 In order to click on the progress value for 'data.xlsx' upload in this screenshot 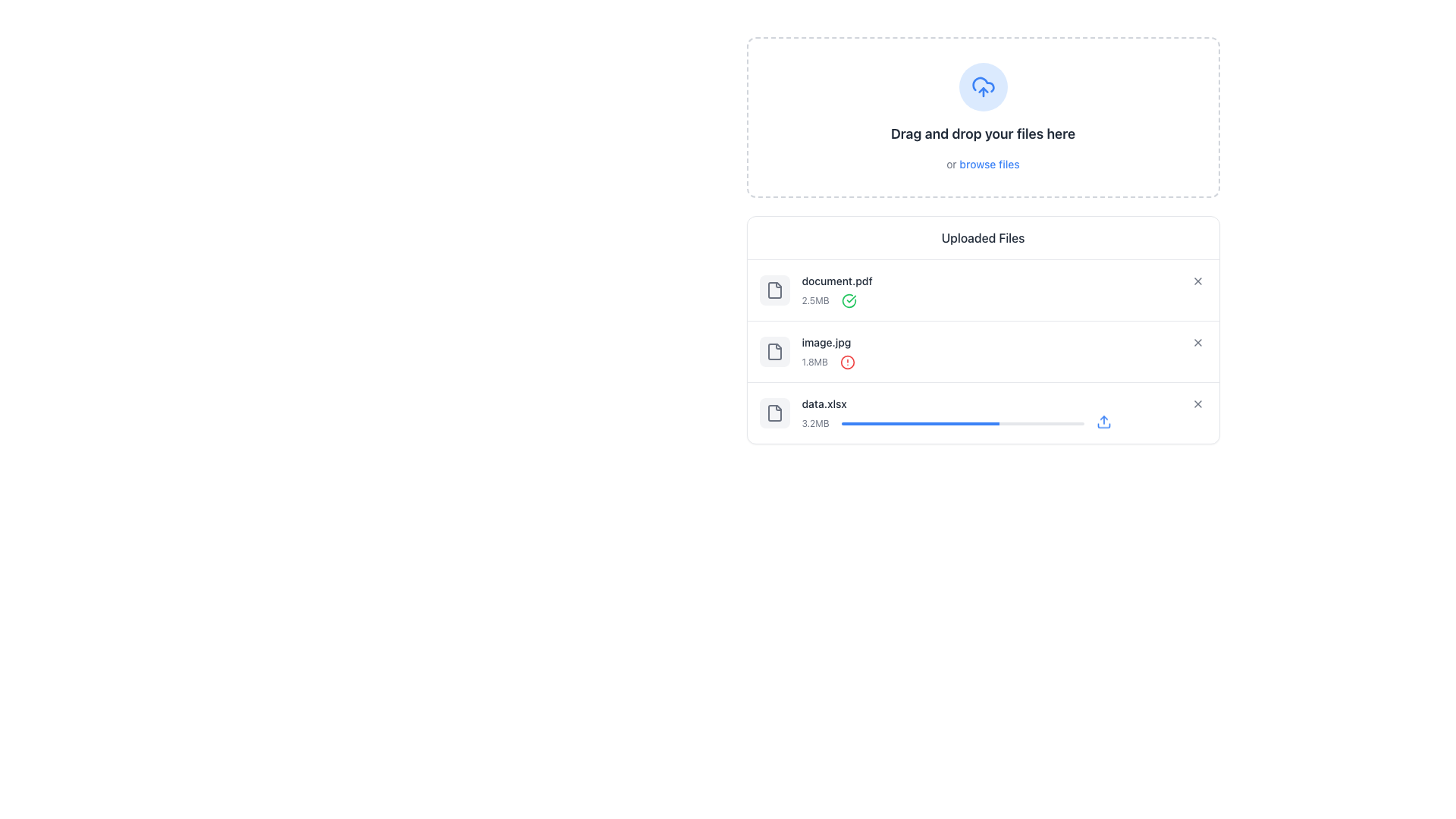, I will do `click(957, 424)`.